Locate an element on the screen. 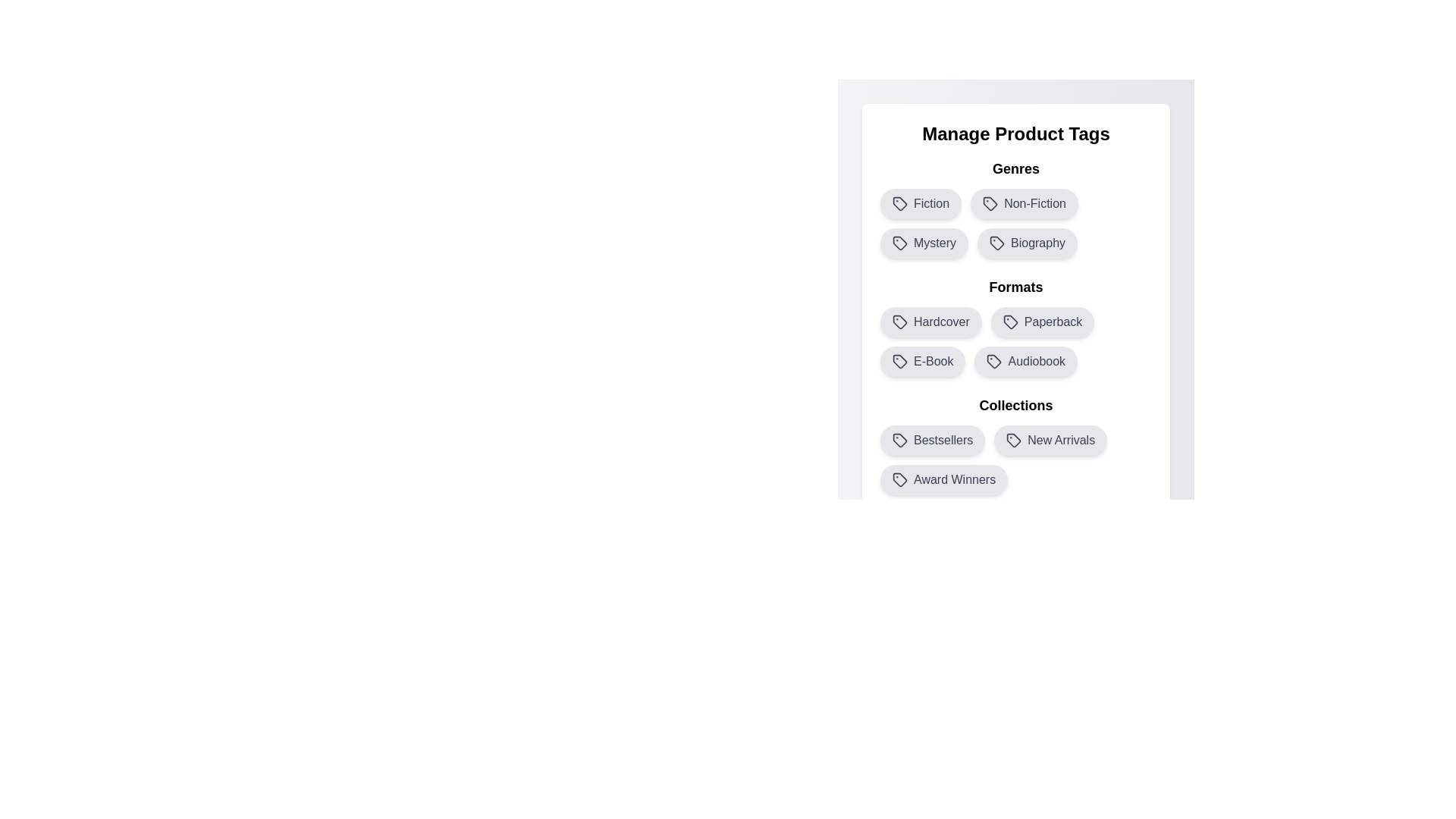 The width and height of the screenshot is (1456, 819). the SVG icon resembling a tag, which has a gray border and transparent fill, located within a rounded button next to the text 'Non-Fiction' under the 'Genres' section is located at coordinates (990, 203).